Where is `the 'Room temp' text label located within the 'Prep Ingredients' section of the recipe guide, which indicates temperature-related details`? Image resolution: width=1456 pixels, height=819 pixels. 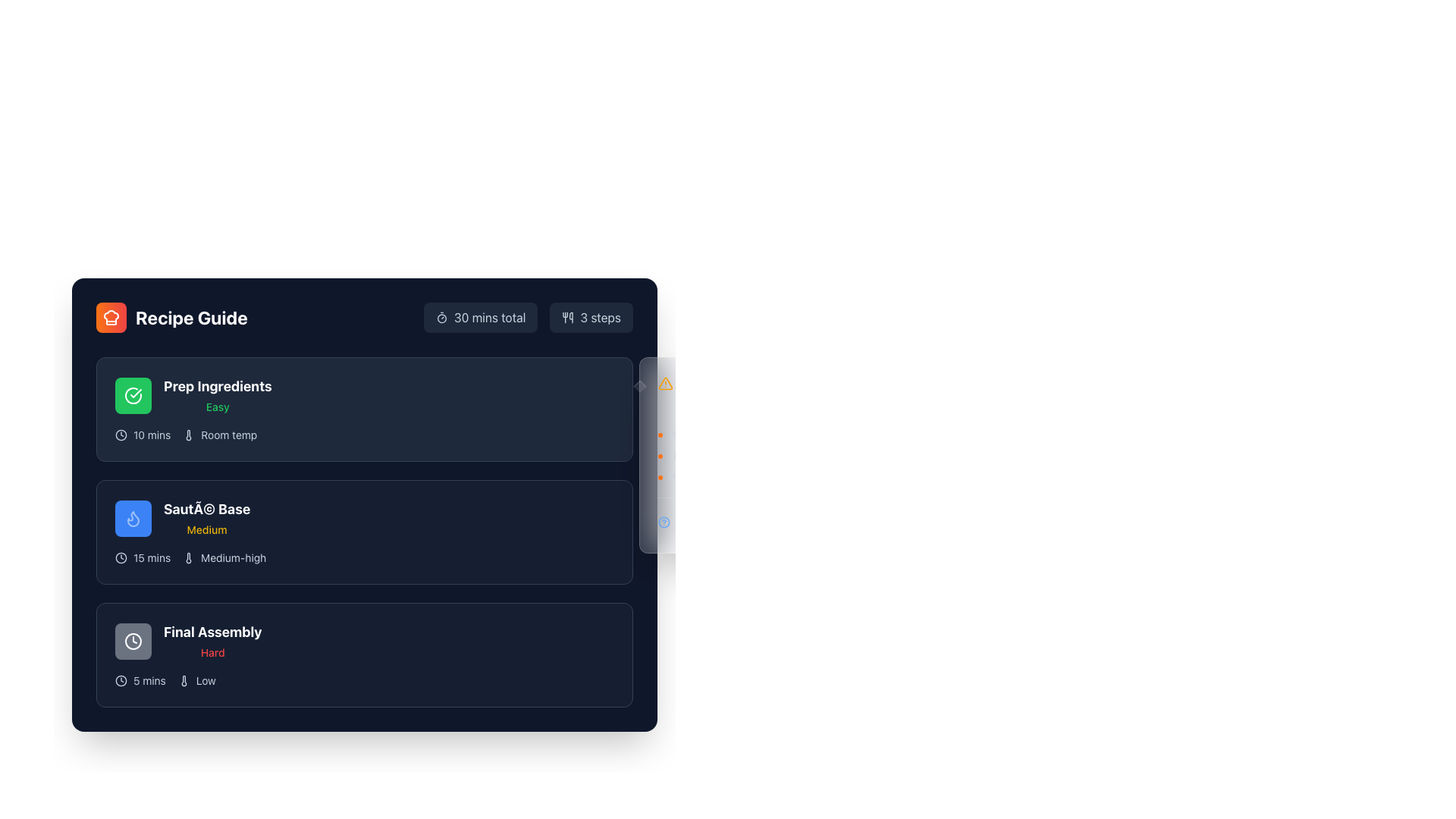
the 'Room temp' text label located within the 'Prep Ingredients' section of the recipe guide, which indicates temperature-related details is located at coordinates (228, 435).